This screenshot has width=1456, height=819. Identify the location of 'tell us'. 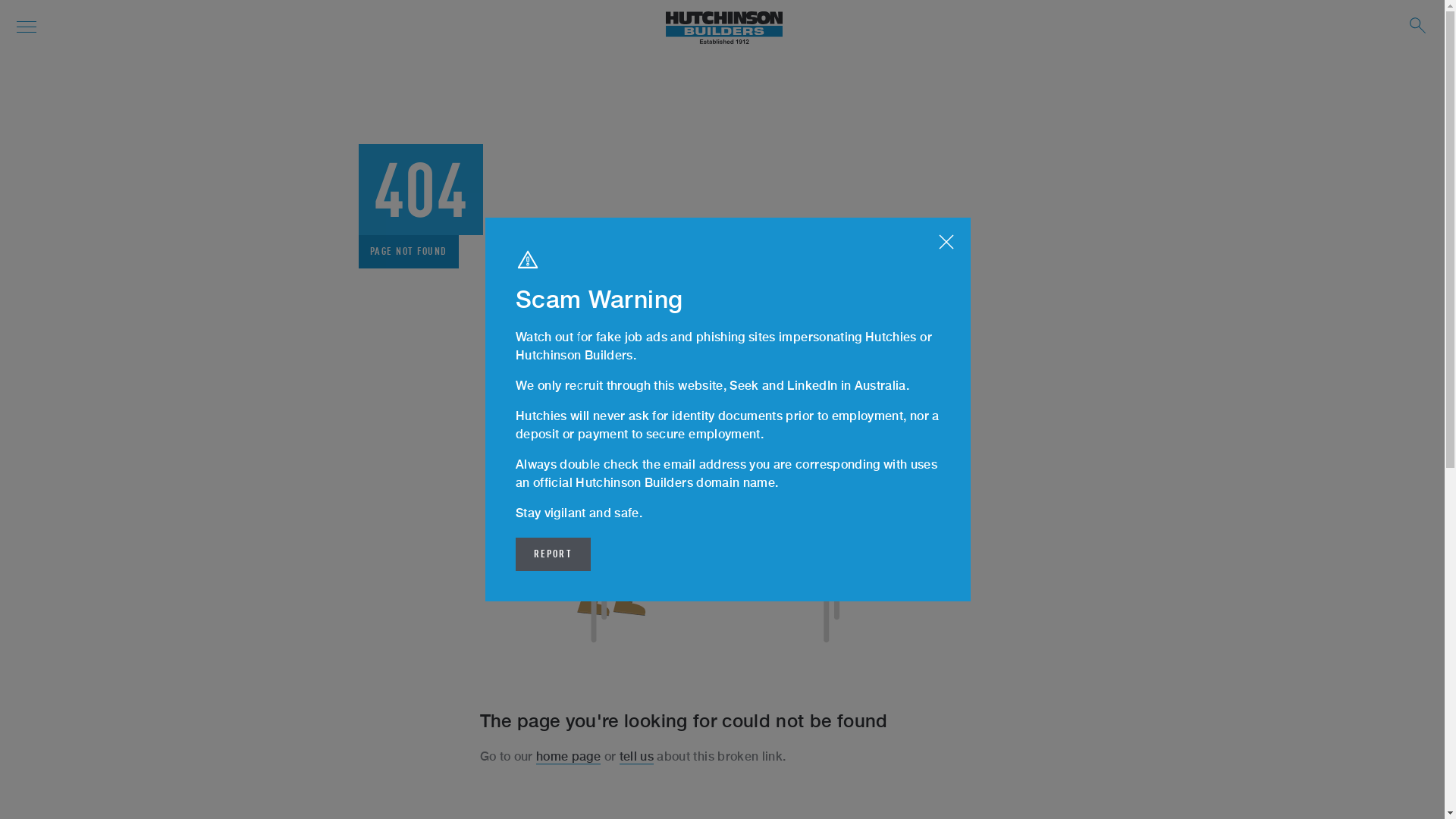
(636, 757).